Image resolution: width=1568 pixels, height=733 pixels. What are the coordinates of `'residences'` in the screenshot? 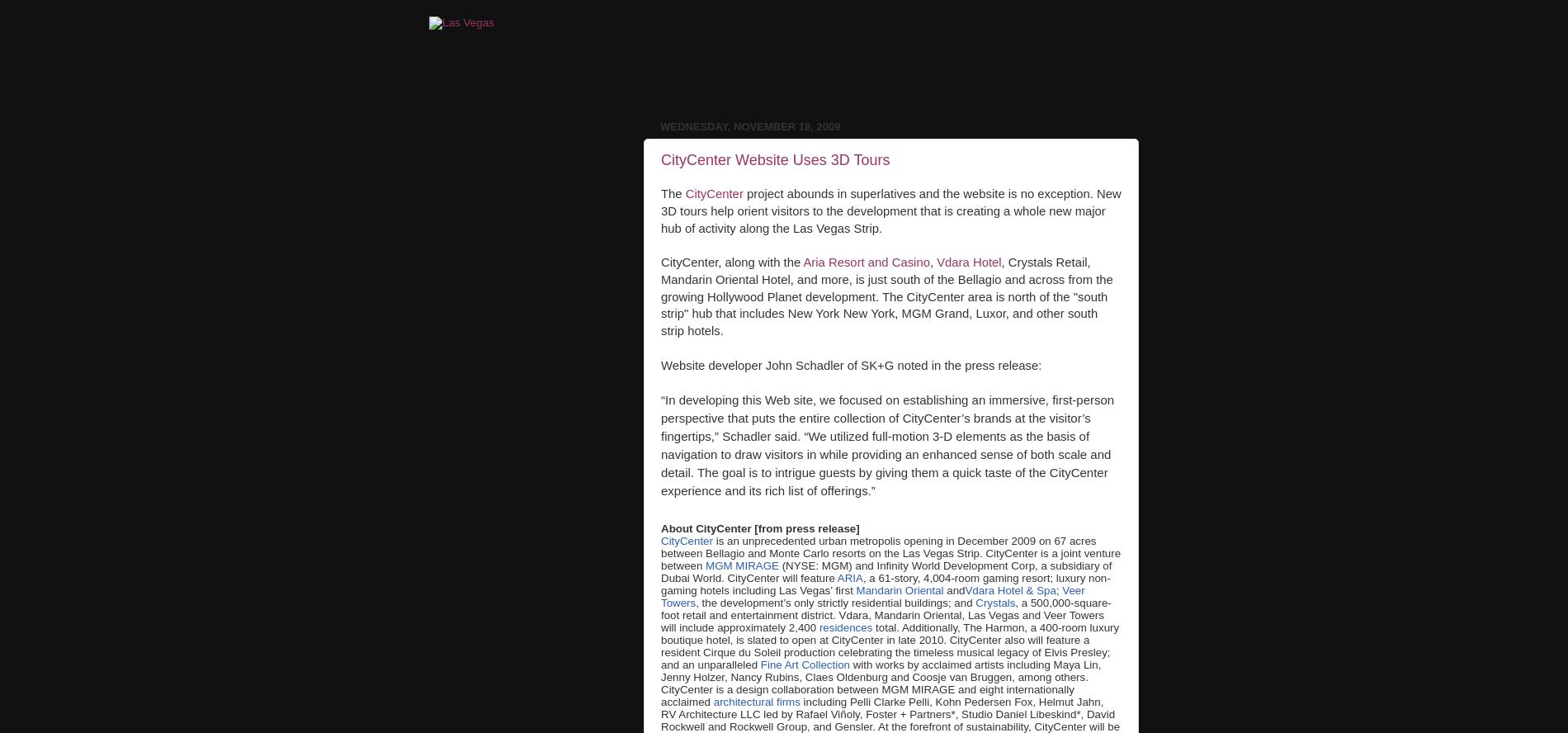 It's located at (845, 627).